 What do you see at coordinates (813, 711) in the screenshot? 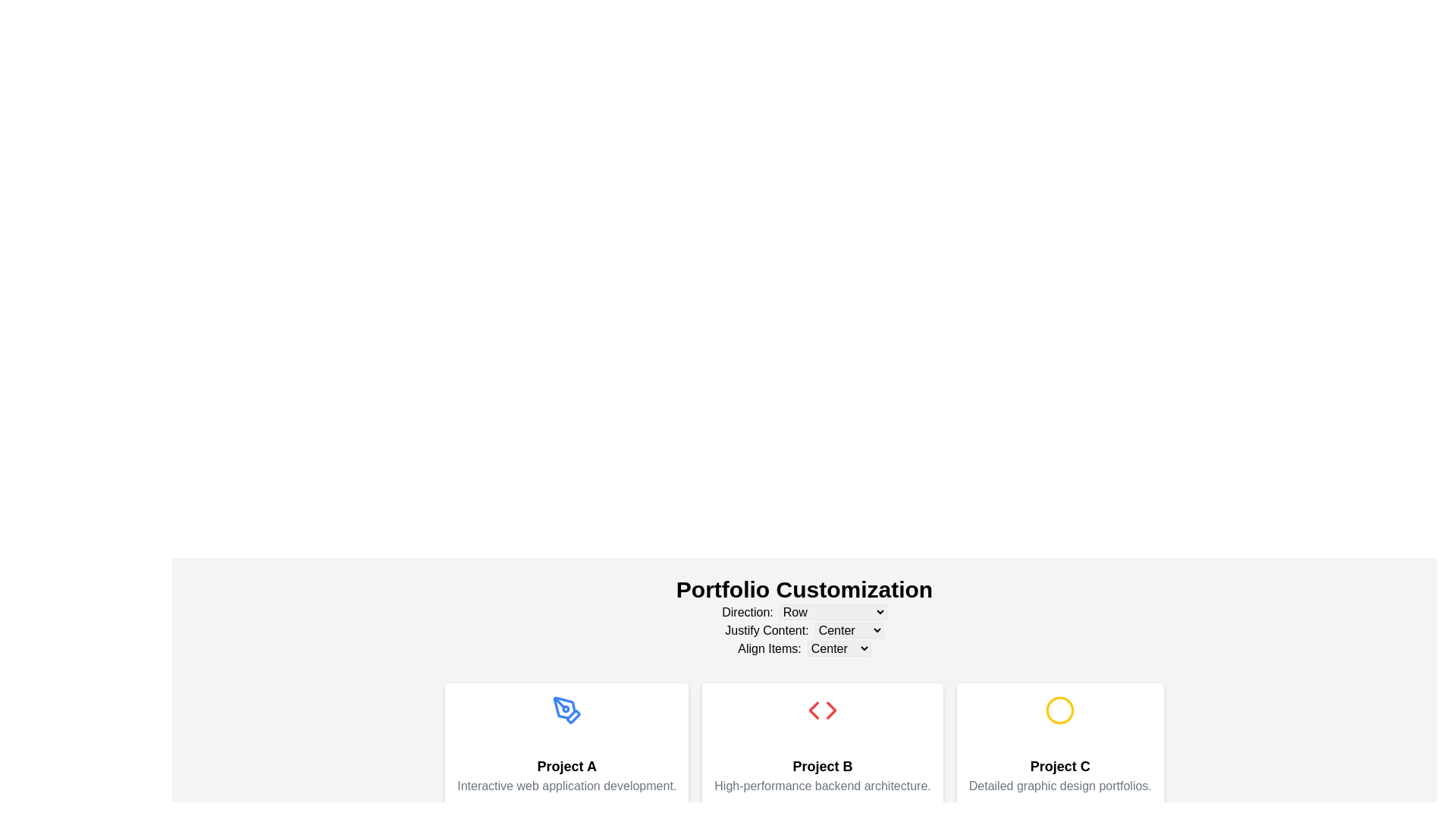
I see `the red left-pointing chevron located within the central rectangular card labeled 'Project B'` at bounding box center [813, 711].